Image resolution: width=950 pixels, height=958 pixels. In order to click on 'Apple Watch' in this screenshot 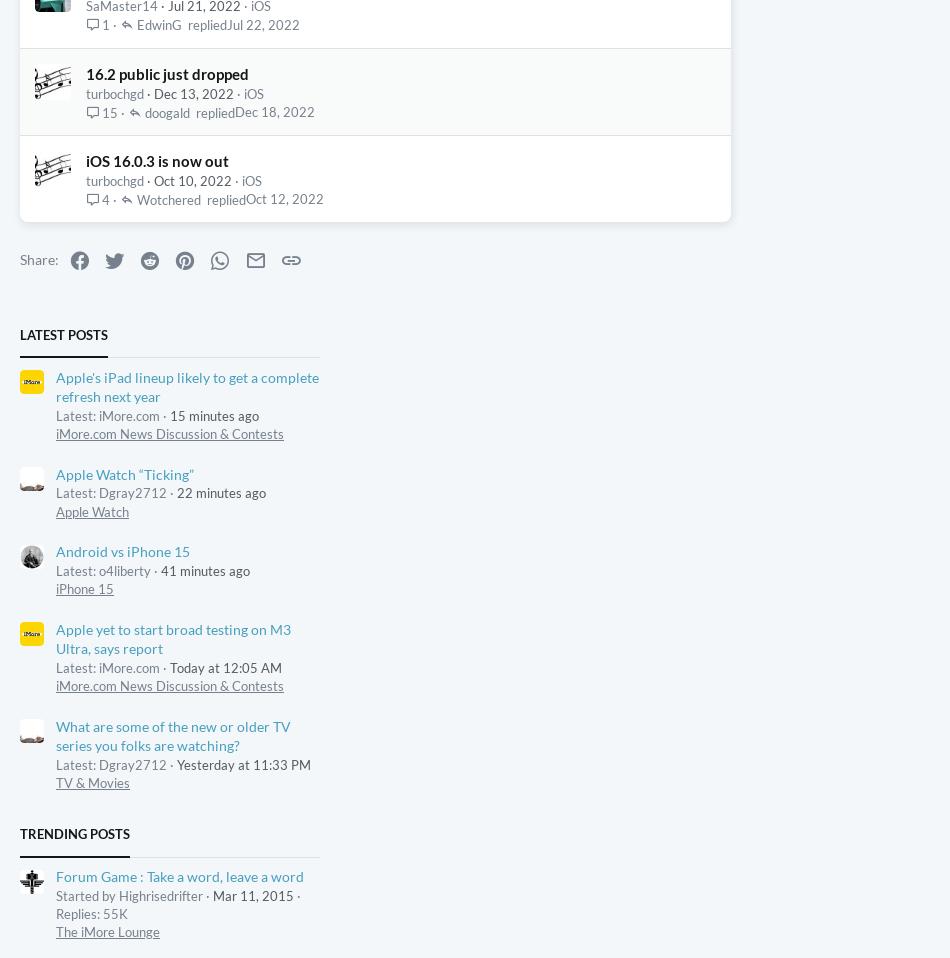, I will do `click(319, 612)`.